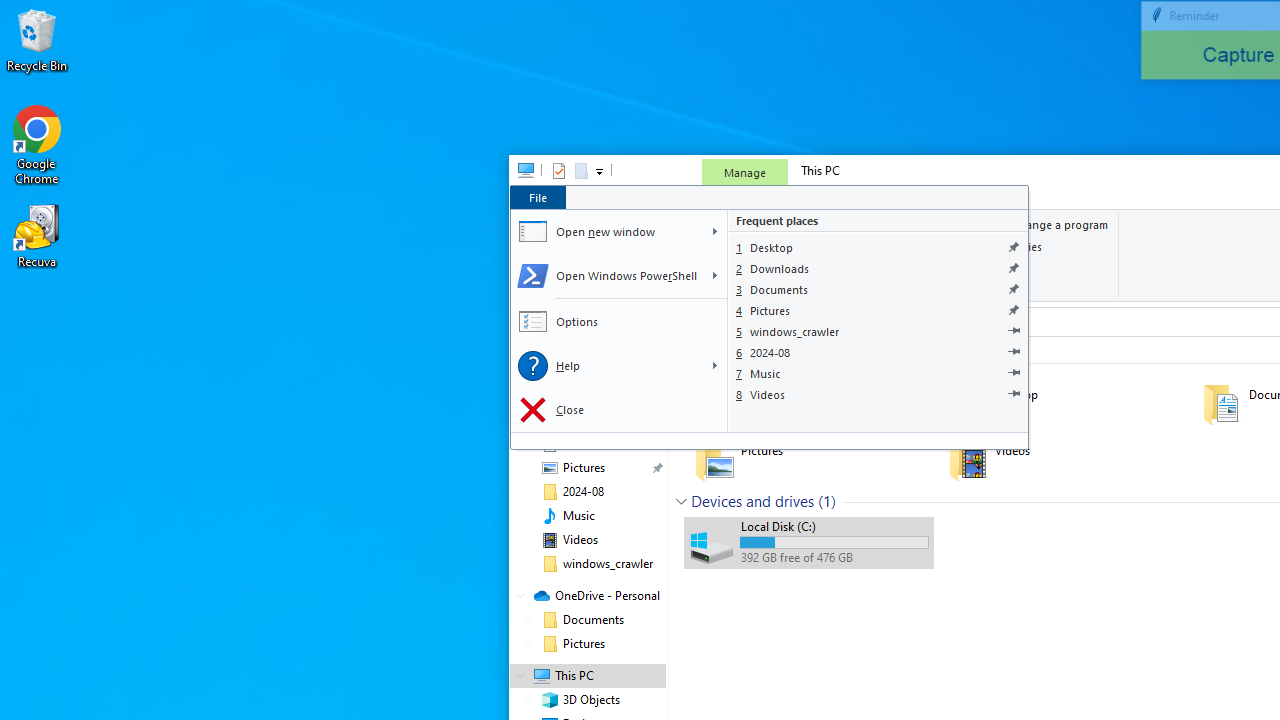  I want to click on 'File tab', so click(537, 197).